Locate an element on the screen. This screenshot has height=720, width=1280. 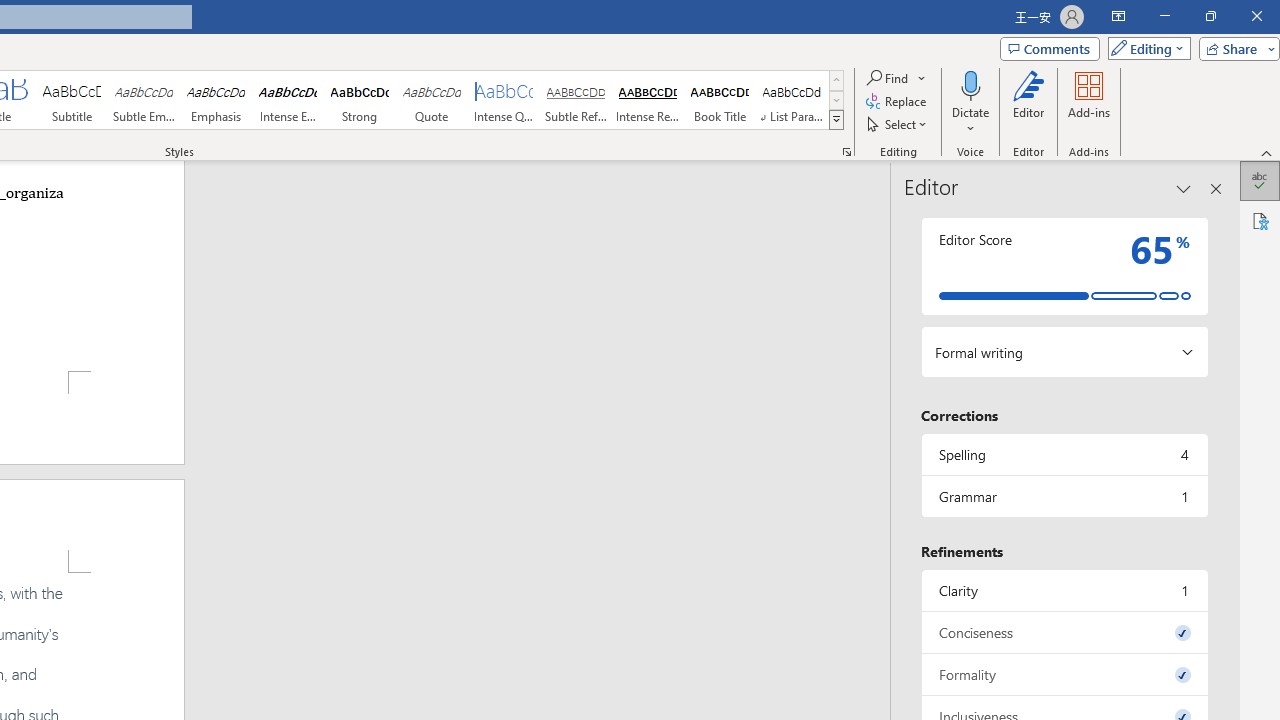
'Share' is located at coordinates (1234, 47).